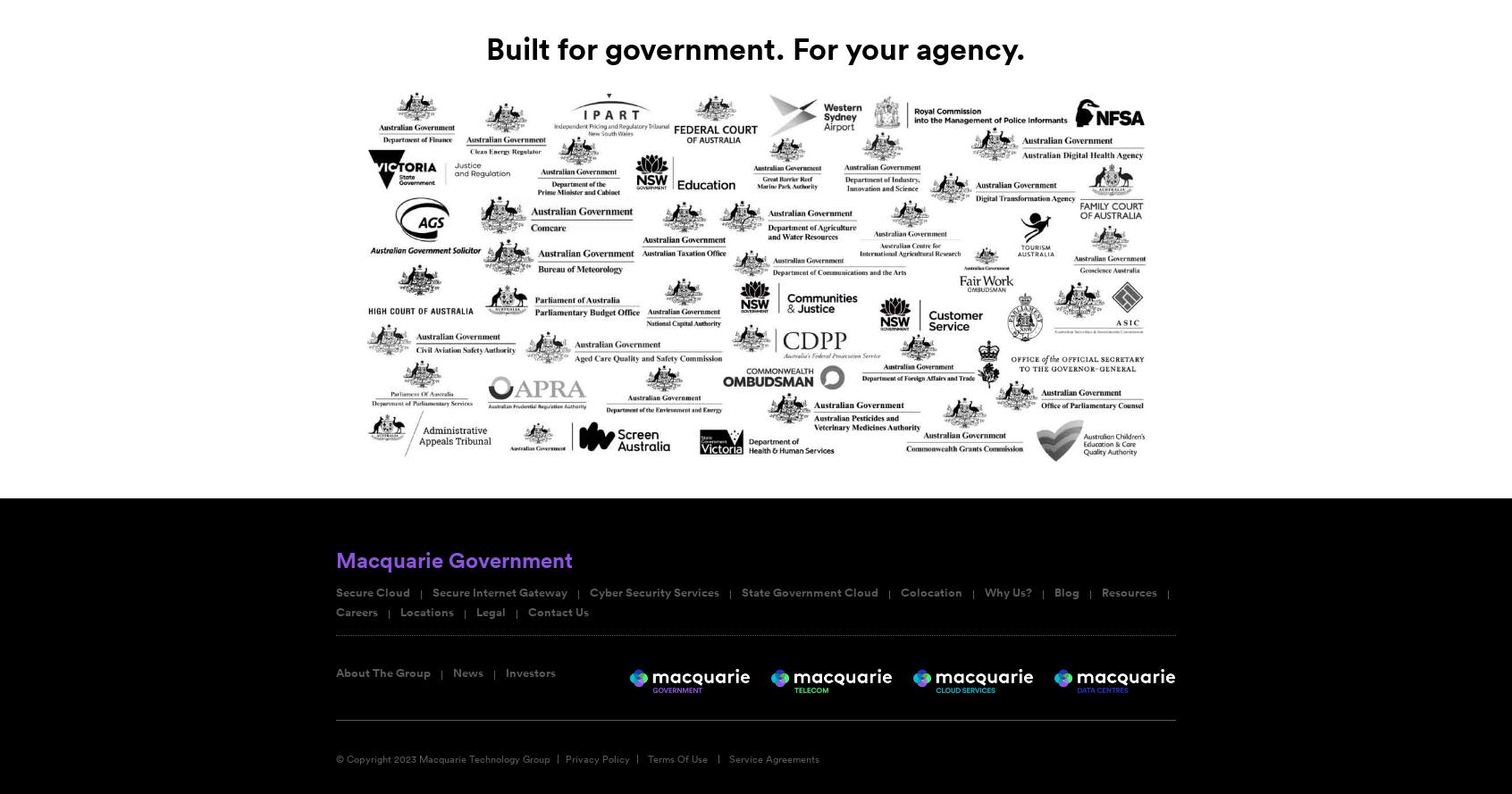 The image size is (1512, 794). I want to click on 'Legal', so click(491, 613).